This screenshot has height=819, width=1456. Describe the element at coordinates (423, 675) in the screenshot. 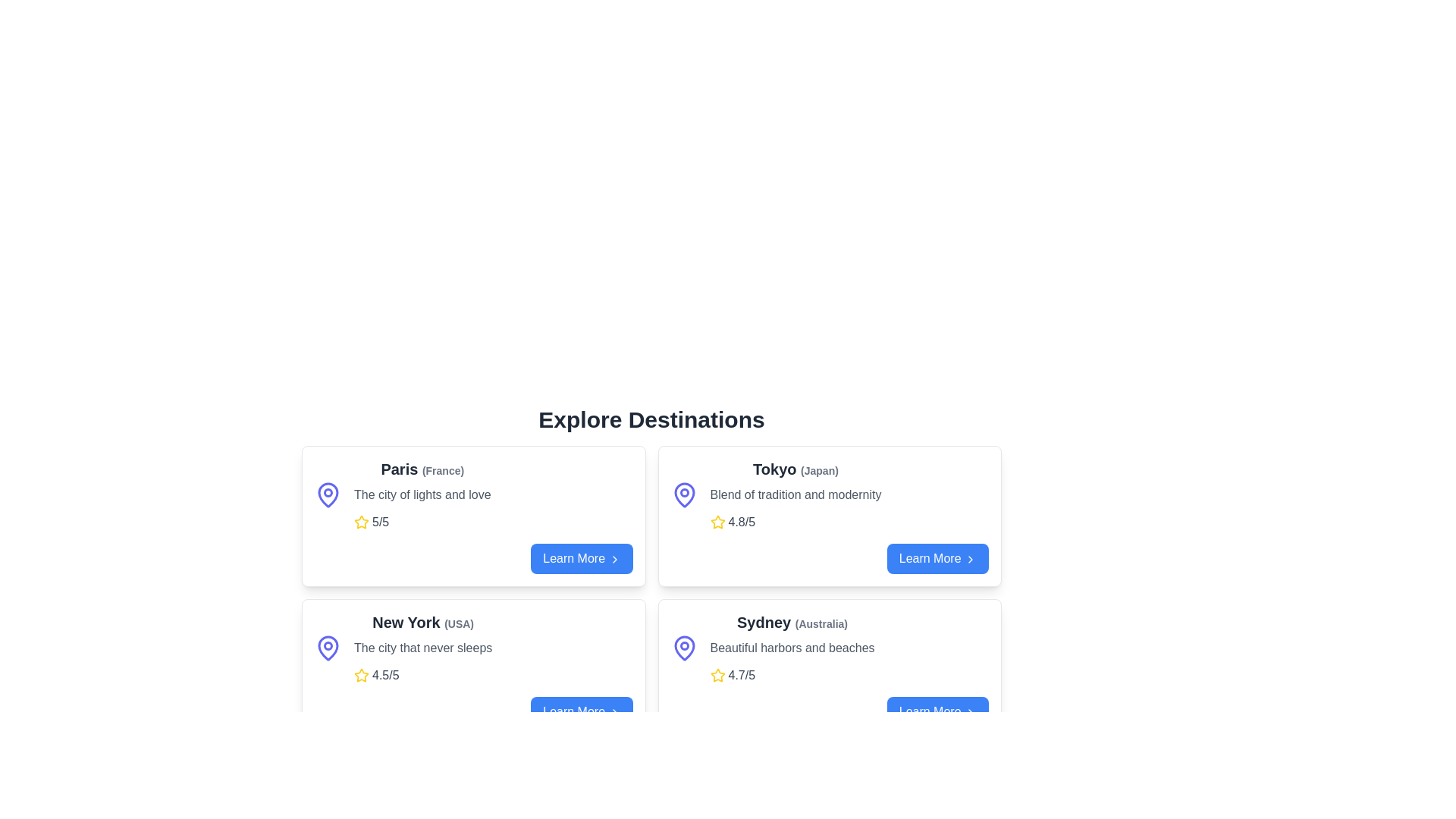

I see `the rating display for 'New York (USA)'` at that location.